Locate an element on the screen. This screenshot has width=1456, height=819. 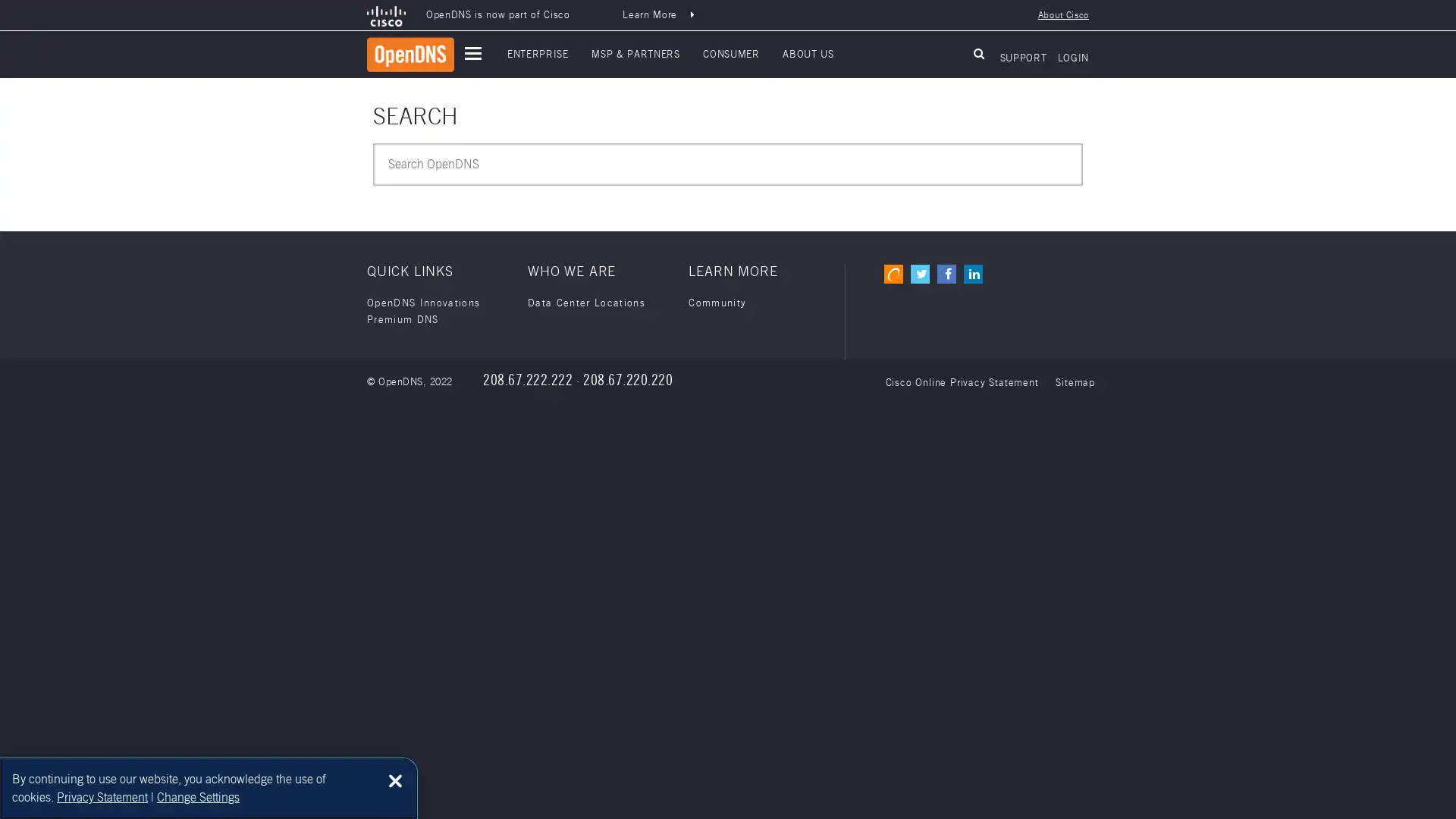
Back to top is located at coordinates (1411, 762).